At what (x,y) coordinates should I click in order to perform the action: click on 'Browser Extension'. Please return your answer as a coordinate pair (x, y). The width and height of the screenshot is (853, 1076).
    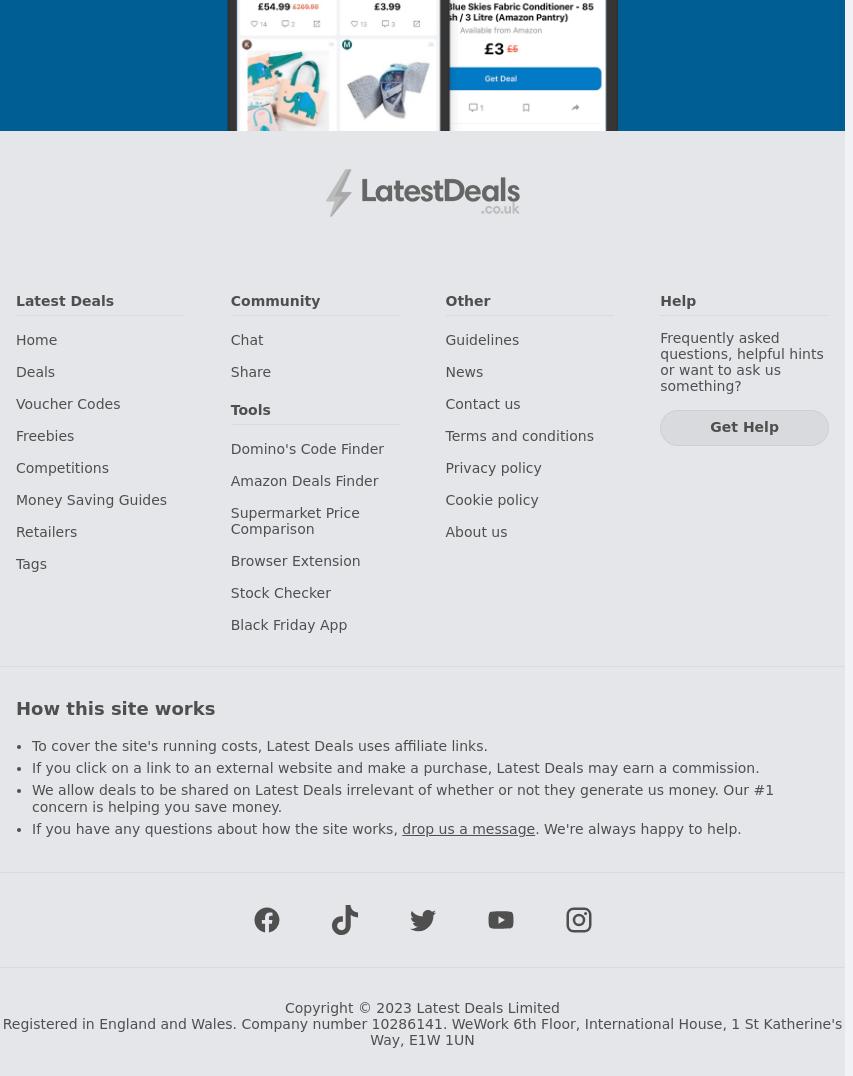
    Looking at the image, I should click on (293, 560).